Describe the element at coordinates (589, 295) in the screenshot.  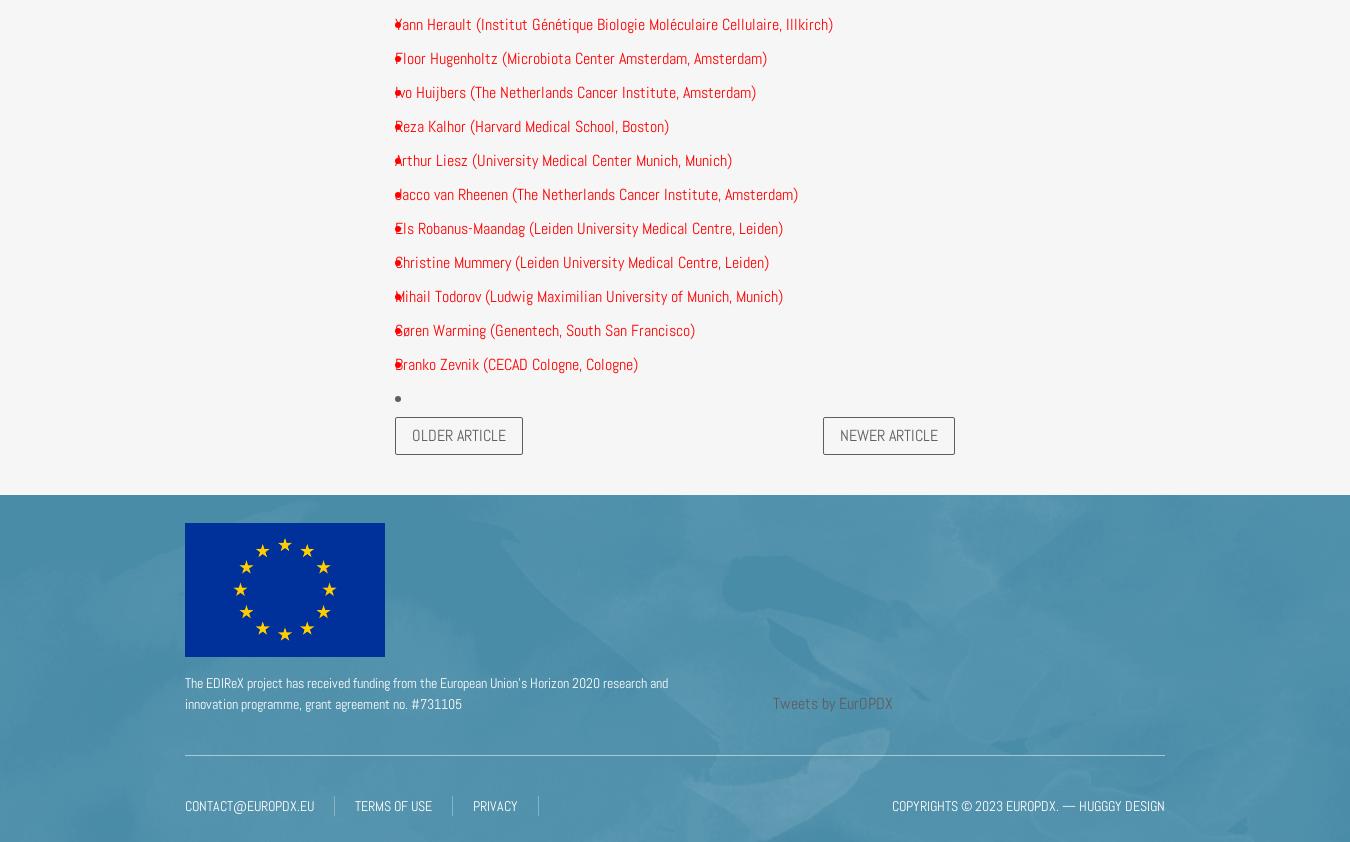
I see `'Mihail Todorov (Ludwig Maximilian University of Munich, Munich)'` at that location.